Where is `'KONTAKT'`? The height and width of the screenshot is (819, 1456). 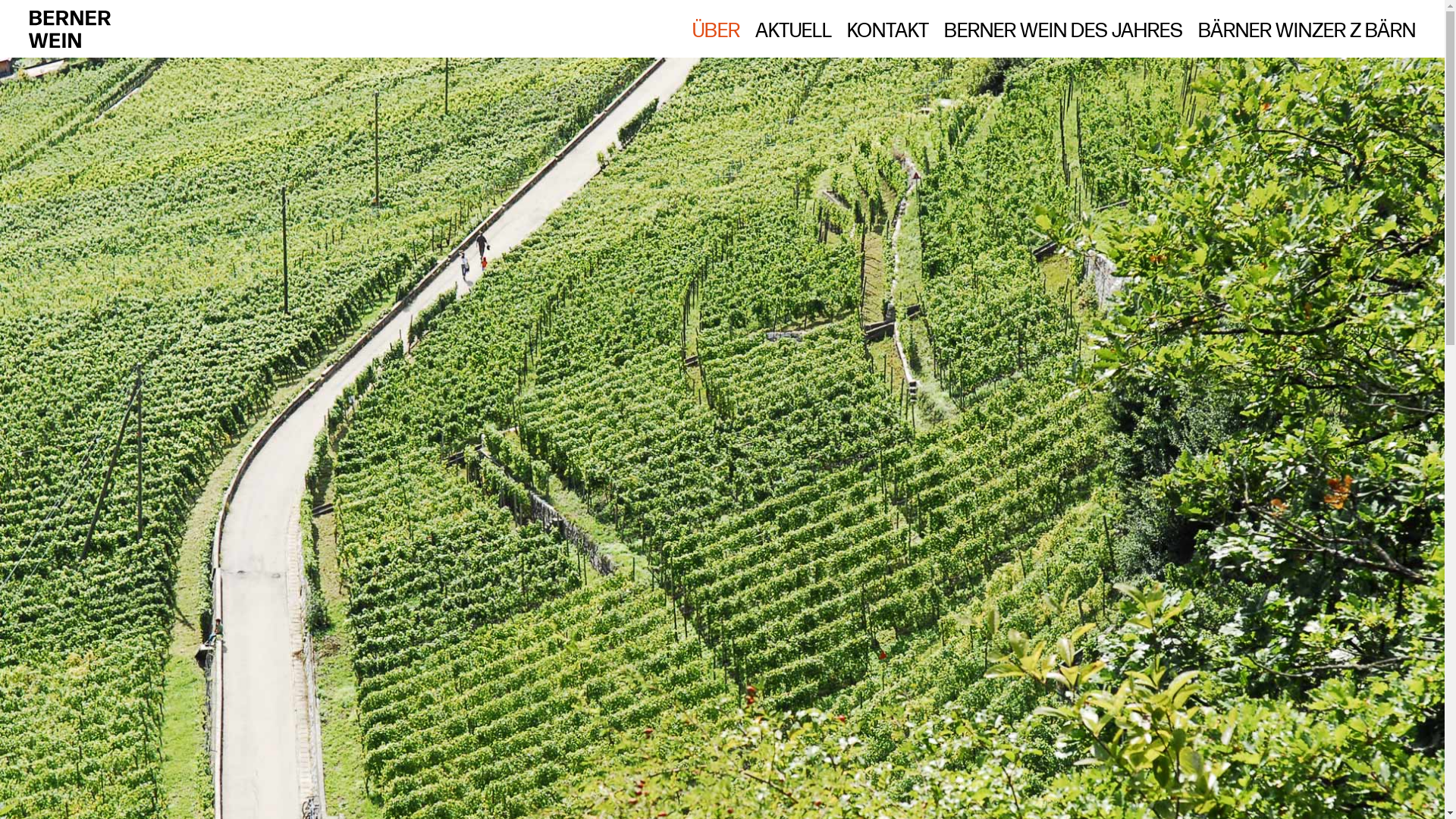 'KONTAKT' is located at coordinates (888, 31).